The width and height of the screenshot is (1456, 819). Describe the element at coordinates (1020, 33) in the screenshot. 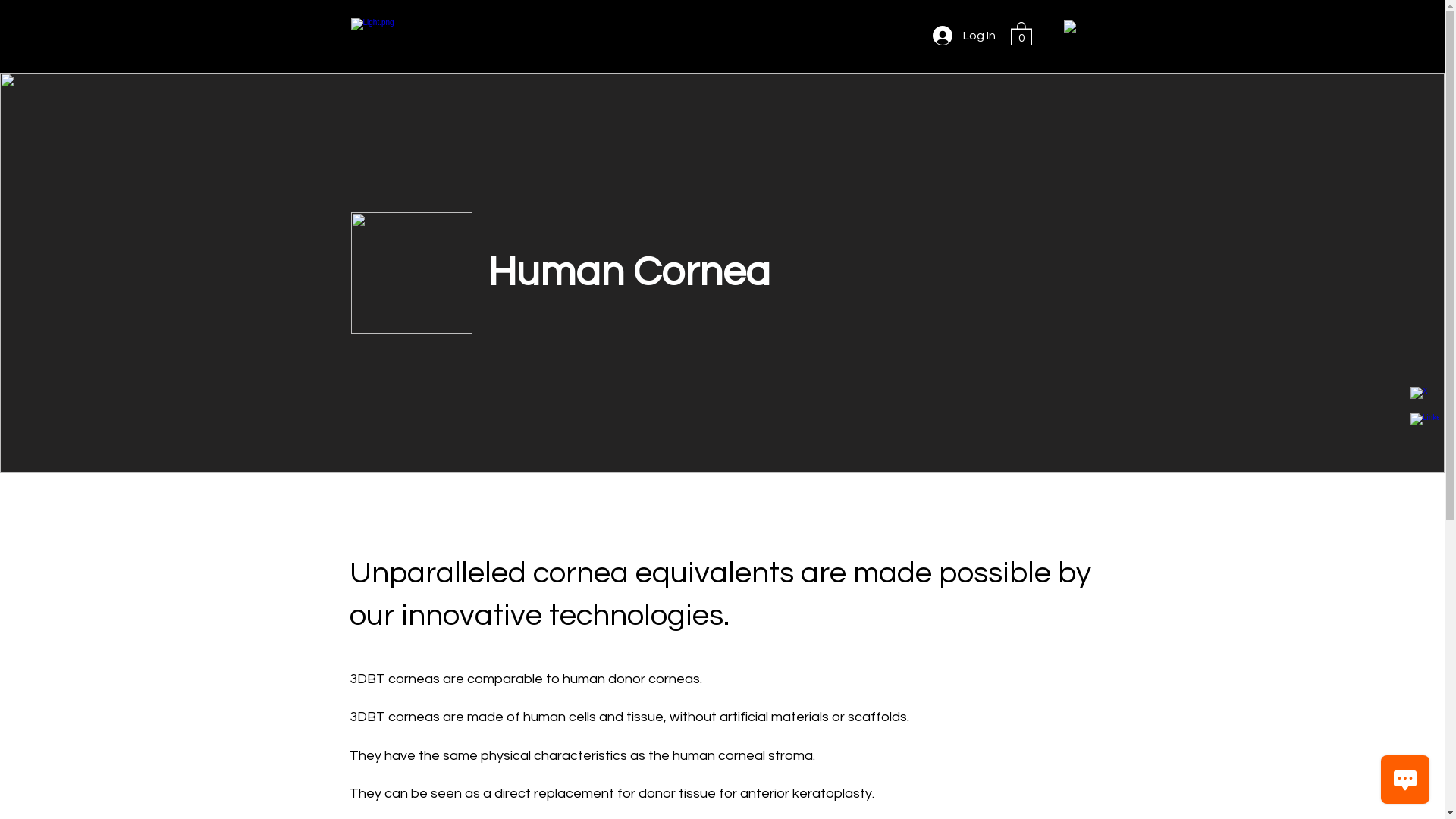

I see `'0'` at that location.